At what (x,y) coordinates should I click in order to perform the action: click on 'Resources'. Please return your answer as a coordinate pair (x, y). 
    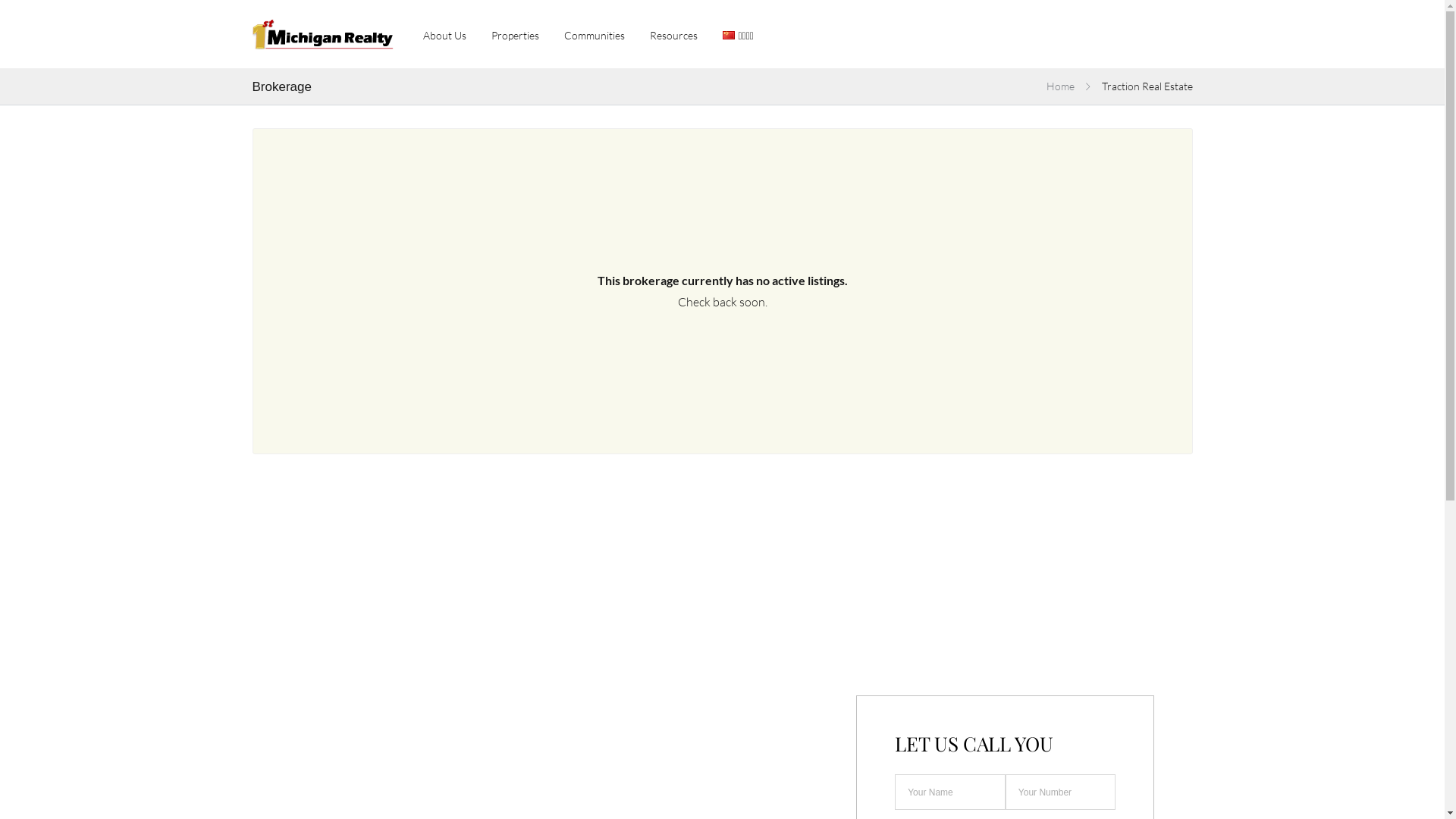
    Looking at the image, I should click on (673, 33).